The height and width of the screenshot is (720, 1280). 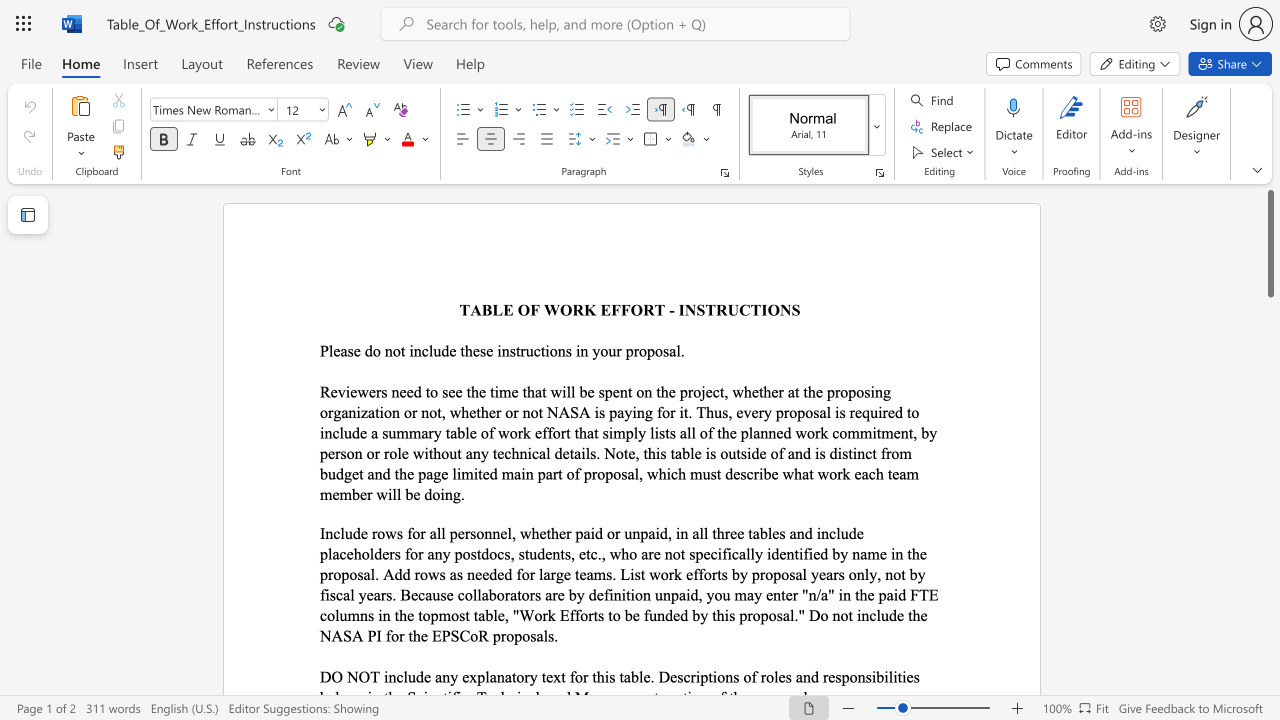 What do you see at coordinates (1269, 380) in the screenshot?
I see `the page's right scrollbar for downward movement` at bounding box center [1269, 380].